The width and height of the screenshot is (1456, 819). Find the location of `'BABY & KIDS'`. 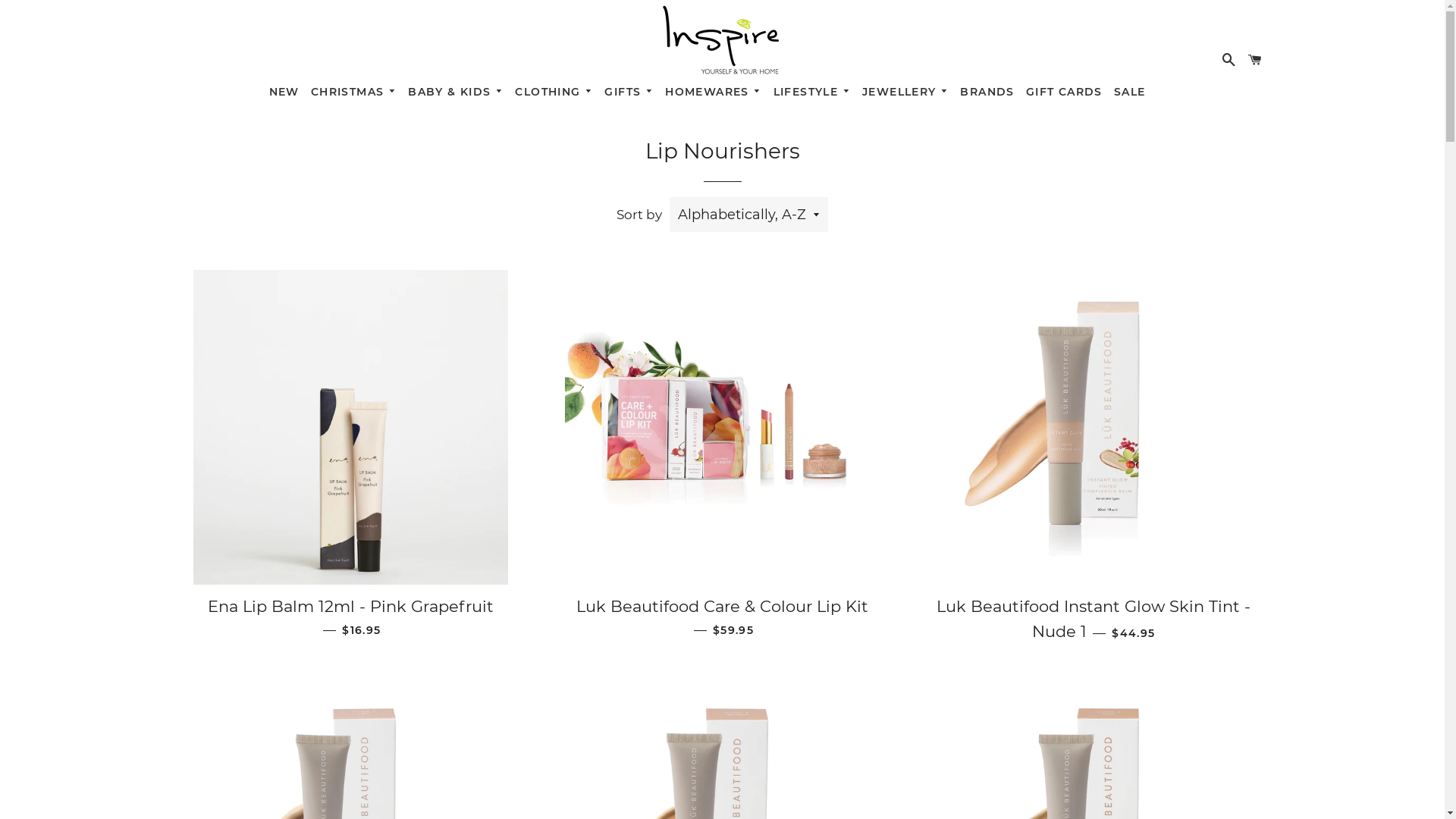

'BABY & KIDS' is located at coordinates (403, 89).